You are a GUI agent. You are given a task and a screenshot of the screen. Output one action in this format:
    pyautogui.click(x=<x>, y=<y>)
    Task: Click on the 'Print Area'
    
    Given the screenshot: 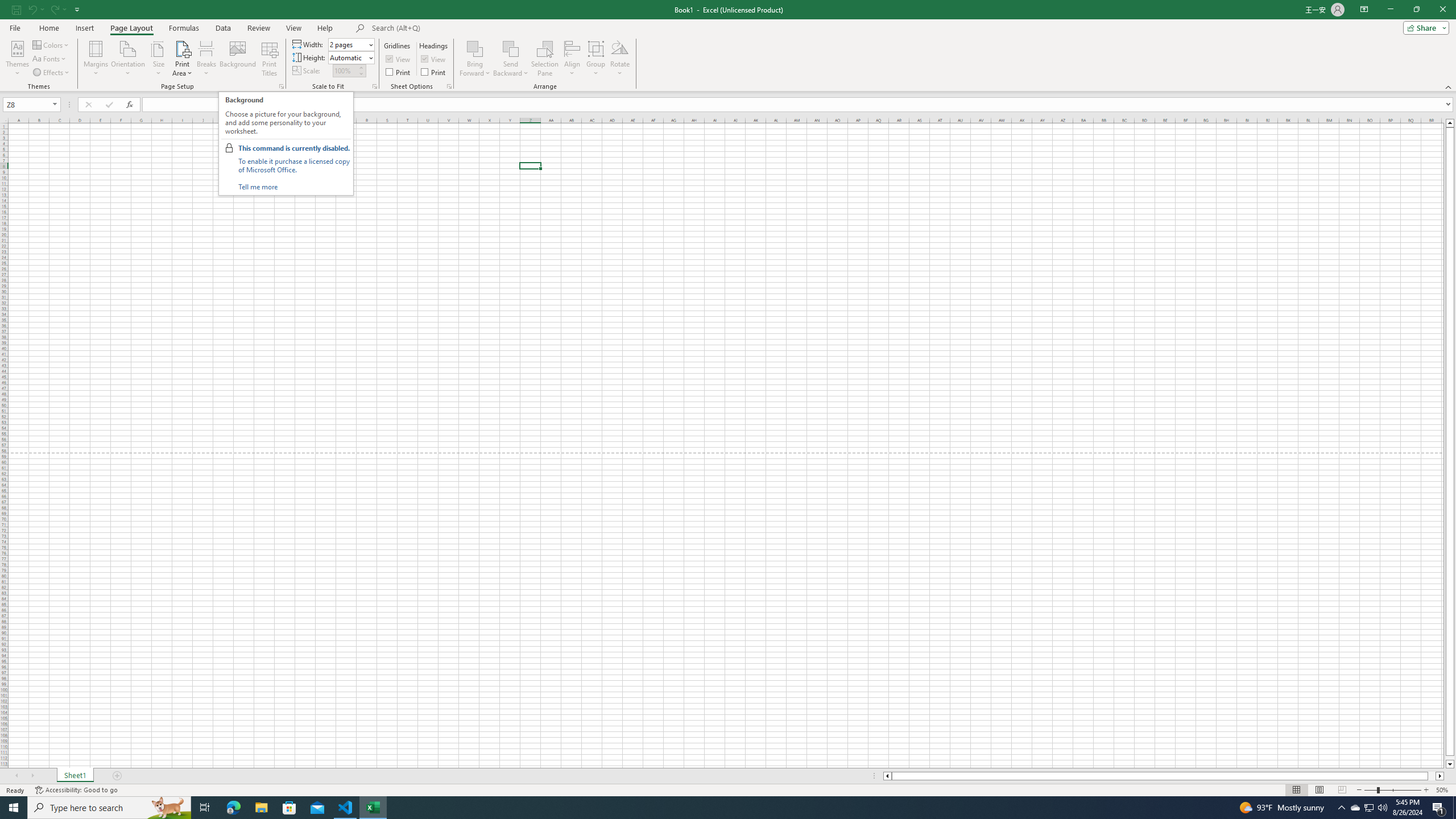 What is the action you would take?
    pyautogui.click(x=183, y=59)
    